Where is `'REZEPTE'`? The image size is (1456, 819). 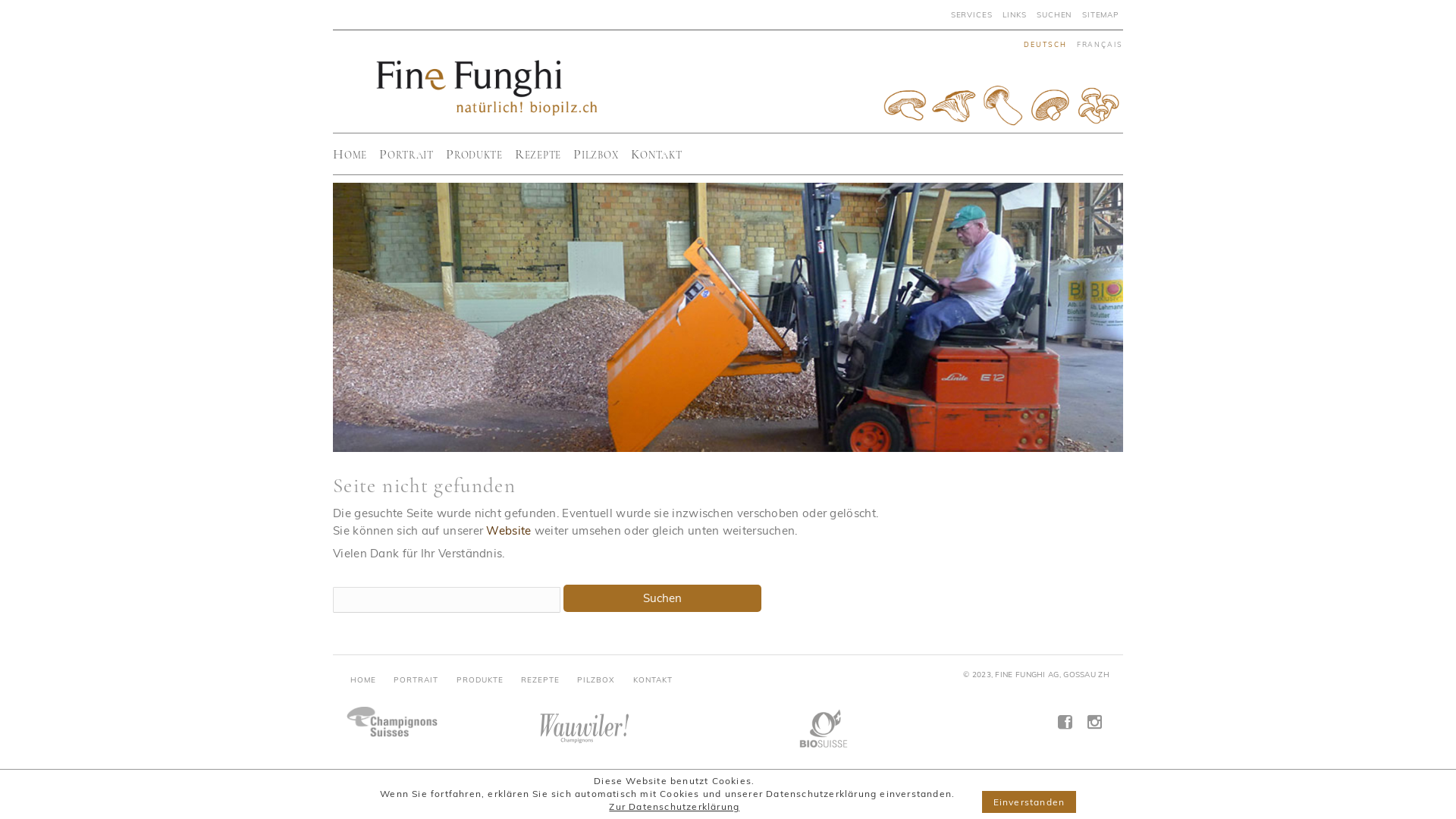
'REZEPTE' is located at coordinates (516, 679).